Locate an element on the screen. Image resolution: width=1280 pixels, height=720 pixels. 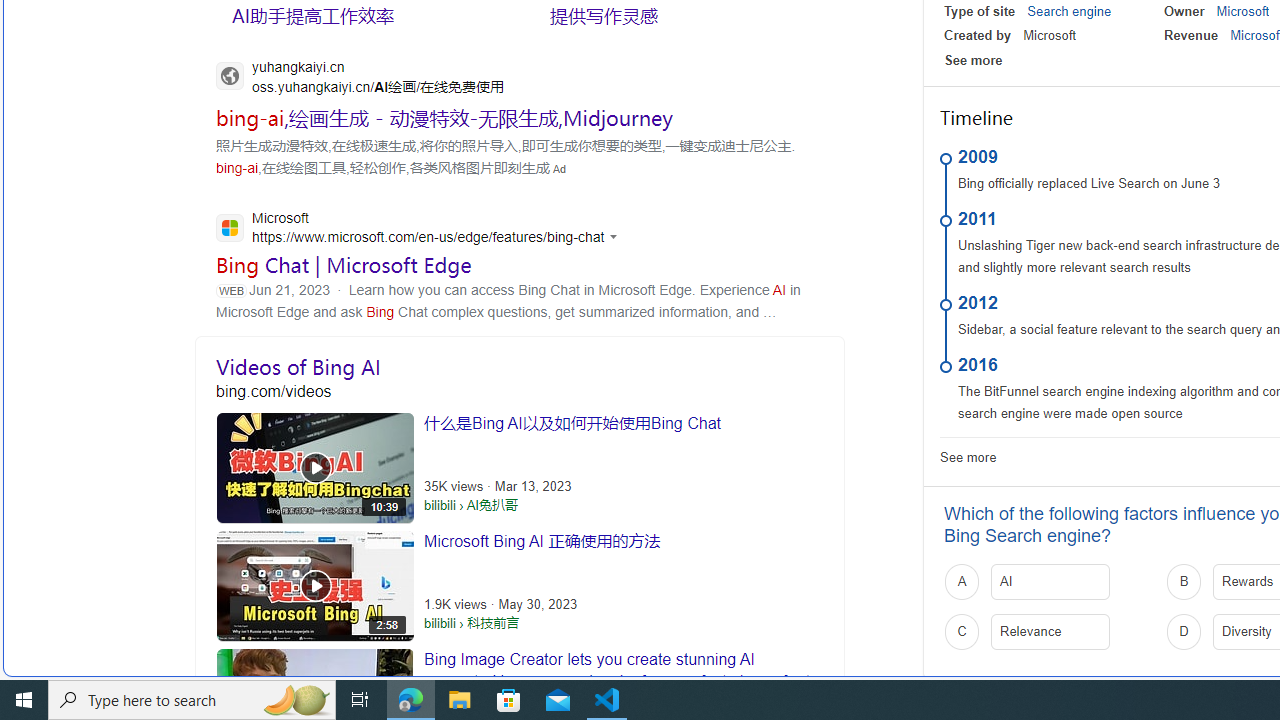
'Bing Chat | Microsoft Edge' is located at coordinates (344, 263).